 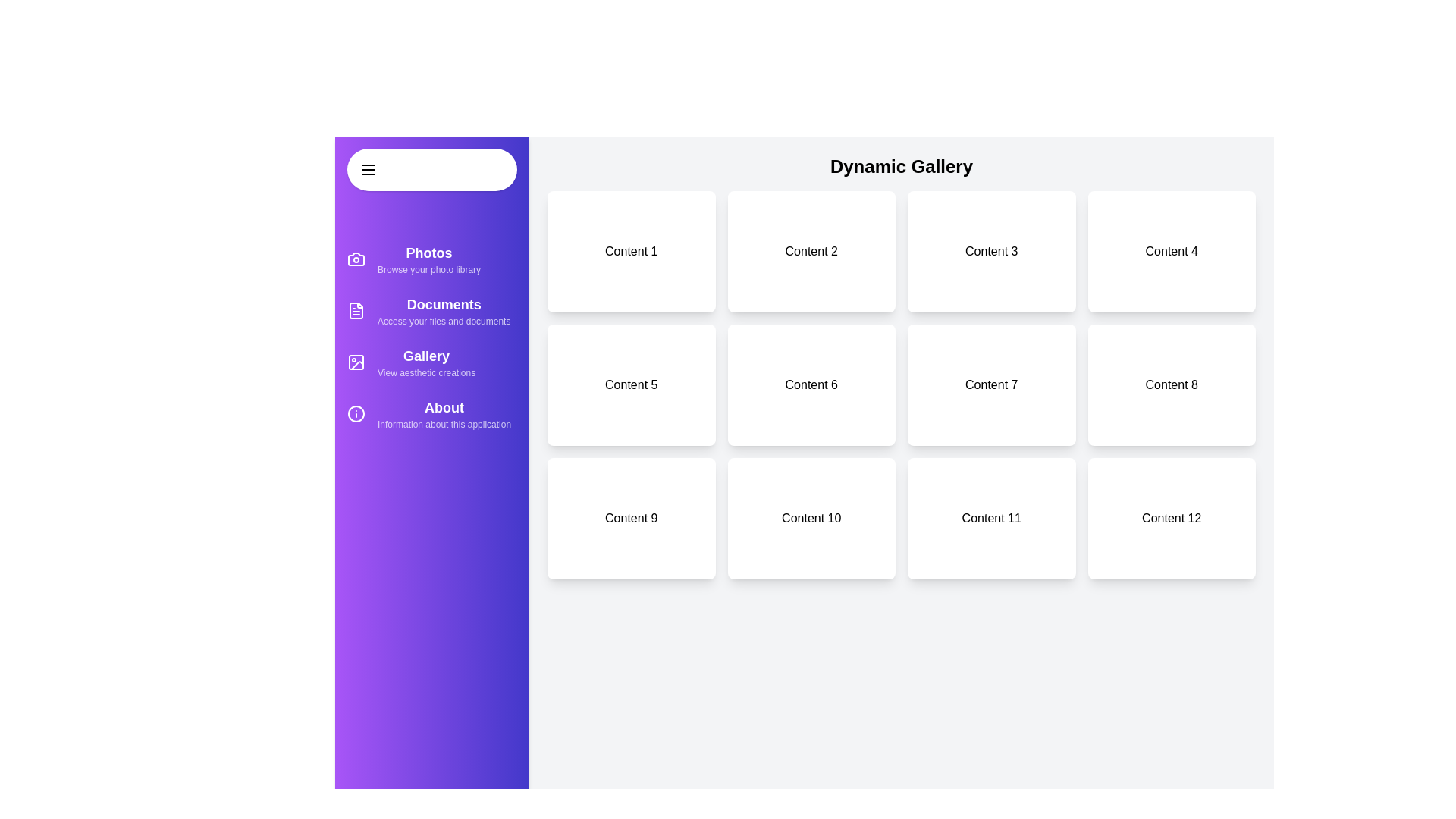 I want to click on the category item labeled 'Photos' to observe its hover effect, so click(x=431, y=259).